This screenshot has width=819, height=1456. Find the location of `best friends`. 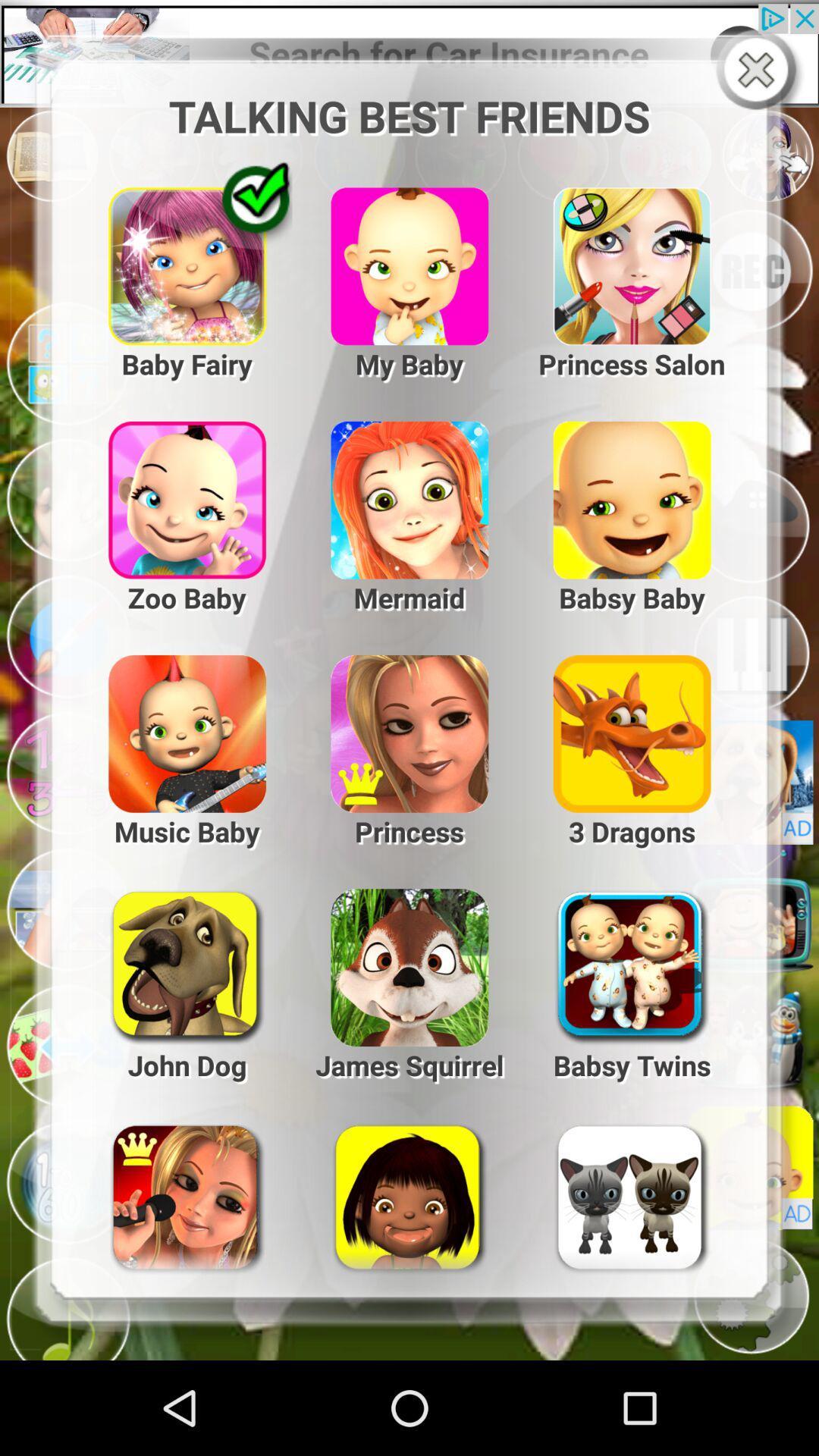

best friends is located at coordinates (759, 71).